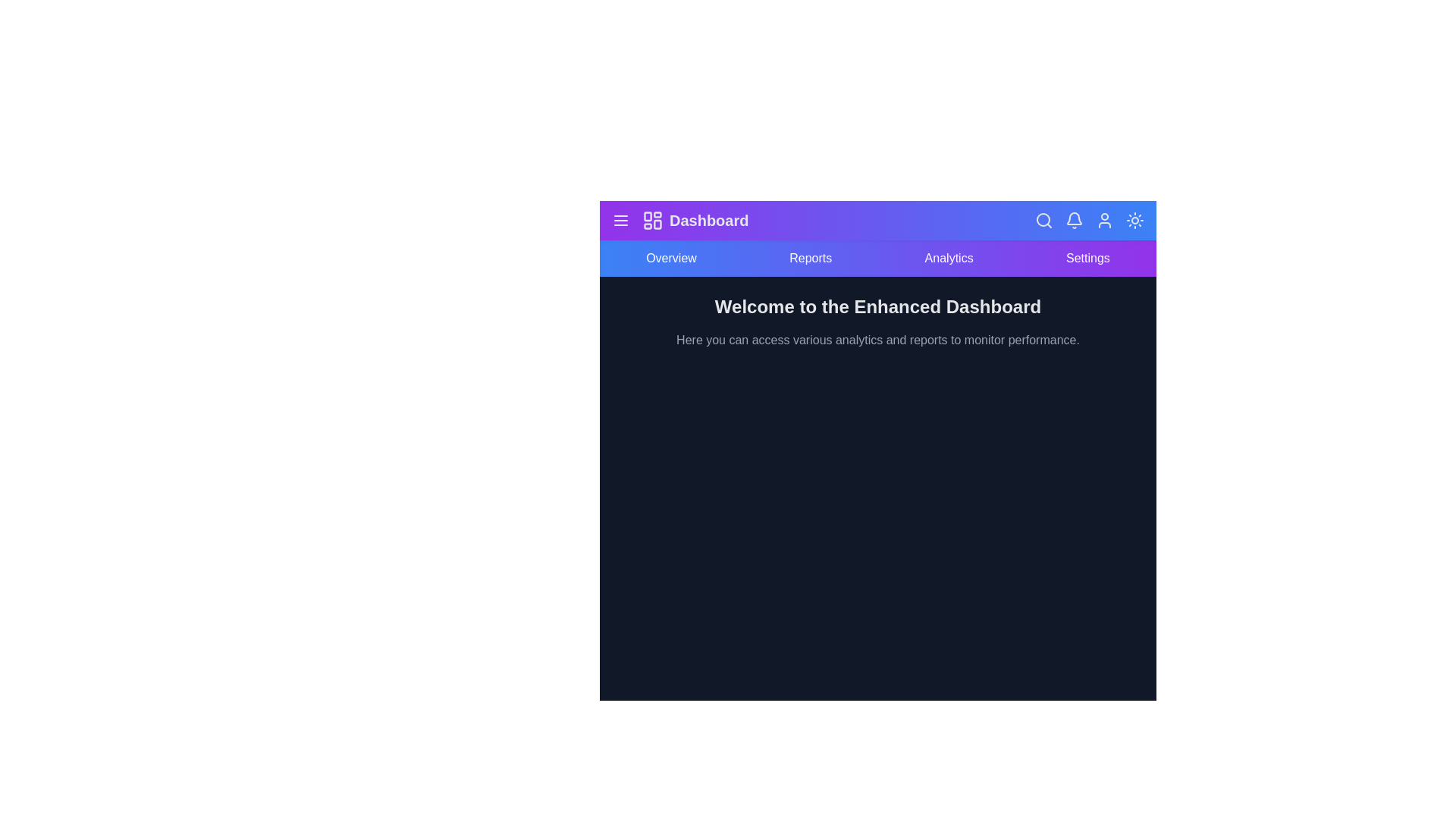  What do you see at coordinates (1135, 220) in the screenshot?
I see `the sun/moon button to toggle between dark and light modes` at bounding box center [1135, 220].